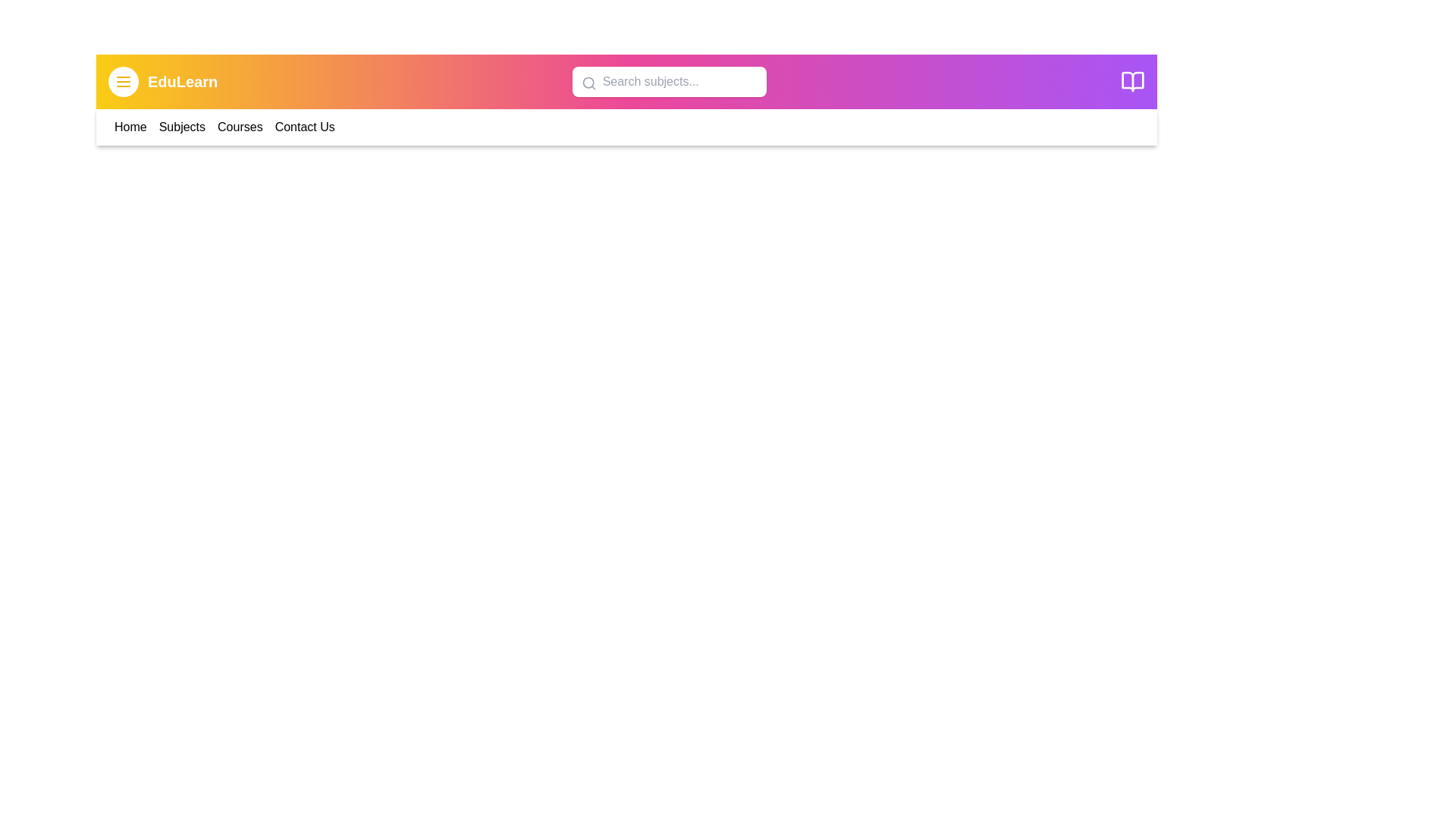  Describe the element at coordinates (1132, 82) in the screenshot. I see `the book icon to access additional educational resources` at that location.